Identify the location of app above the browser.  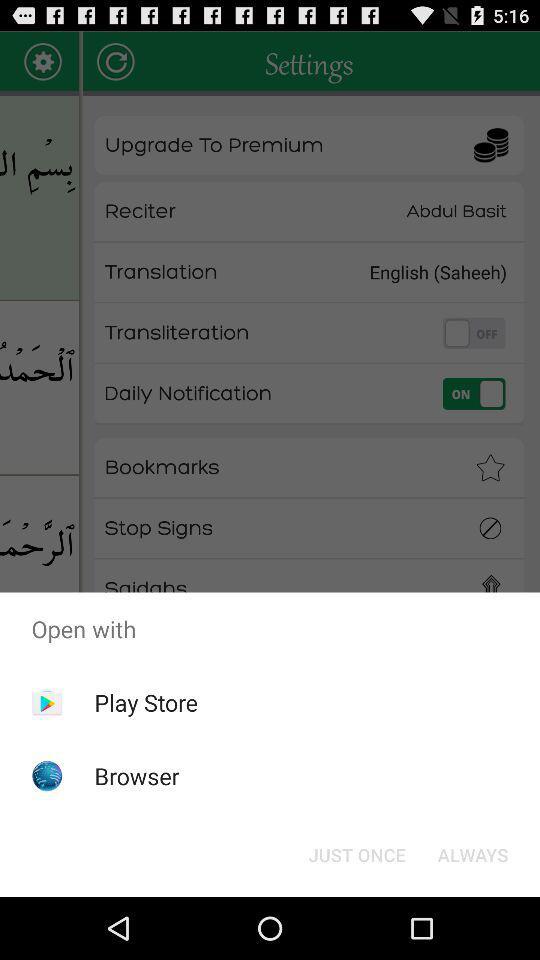
(145, 702).